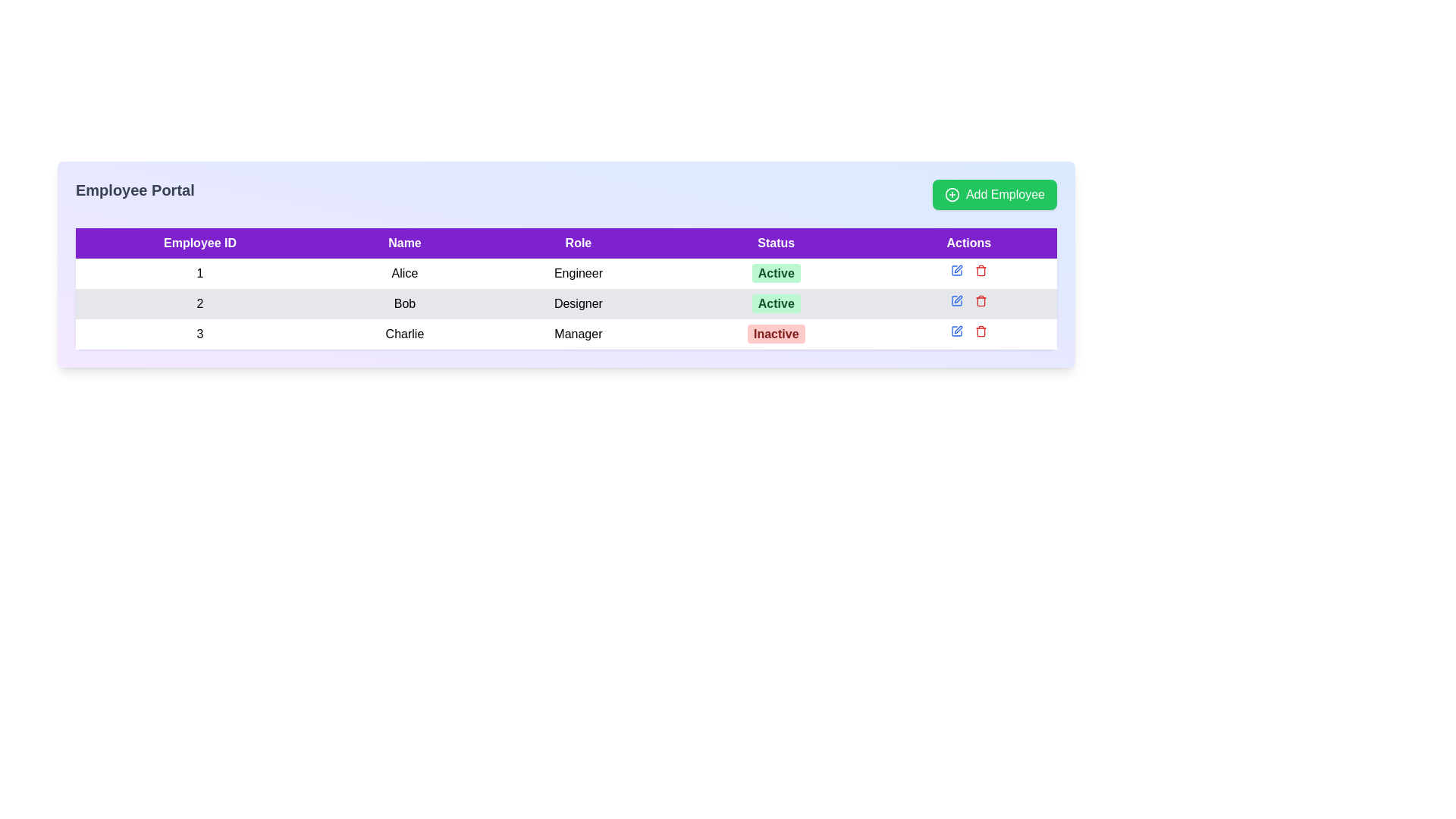 This screenshot has width=1456, height=819. I want to click on the 'Edit' button located in the 'Actions' column of the table in the 'Employee Portal', so click(955, 330).